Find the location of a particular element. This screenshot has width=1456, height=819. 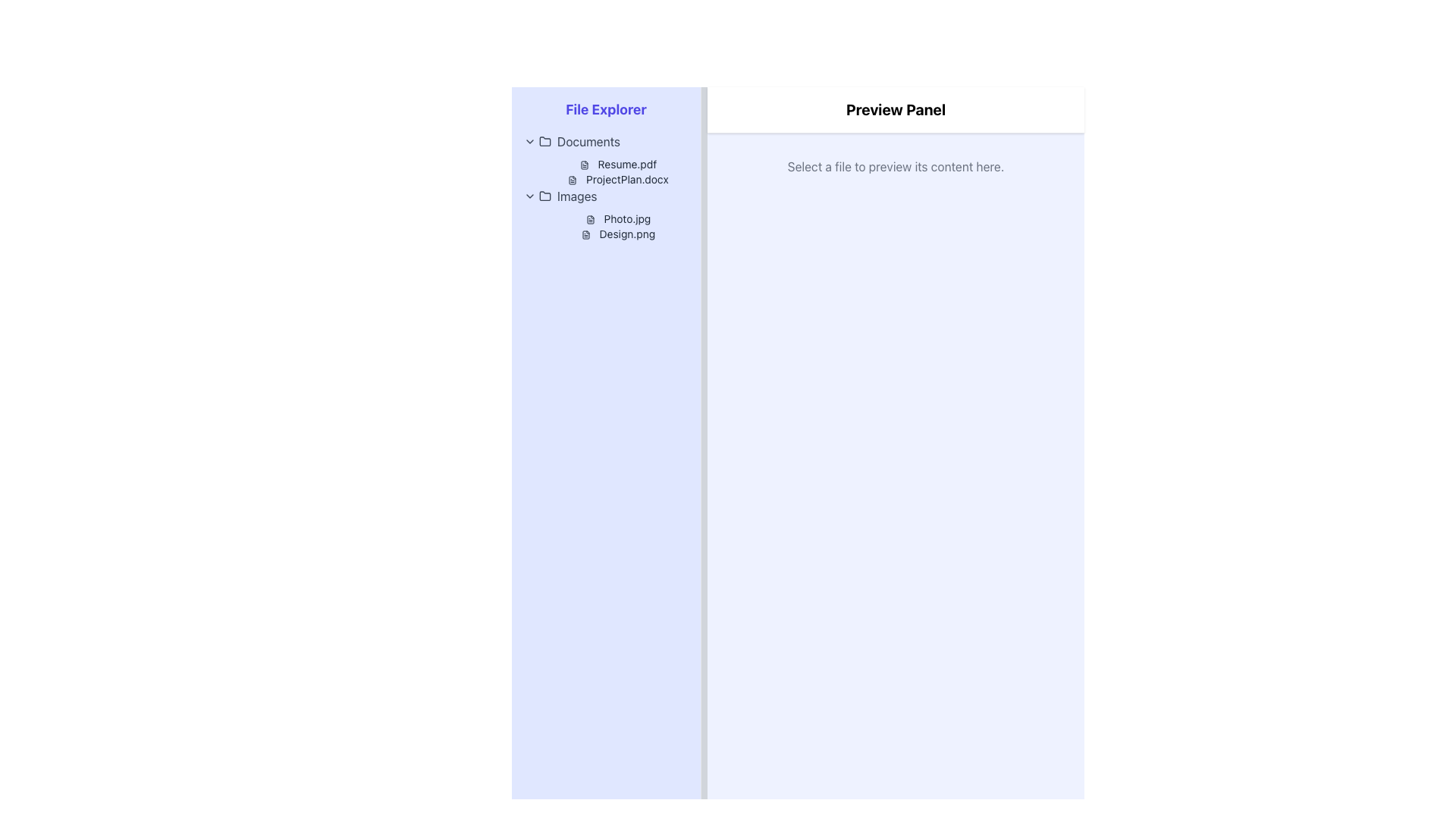

the folder icon located in the file explorer panel is located at coordinates (545, 141).